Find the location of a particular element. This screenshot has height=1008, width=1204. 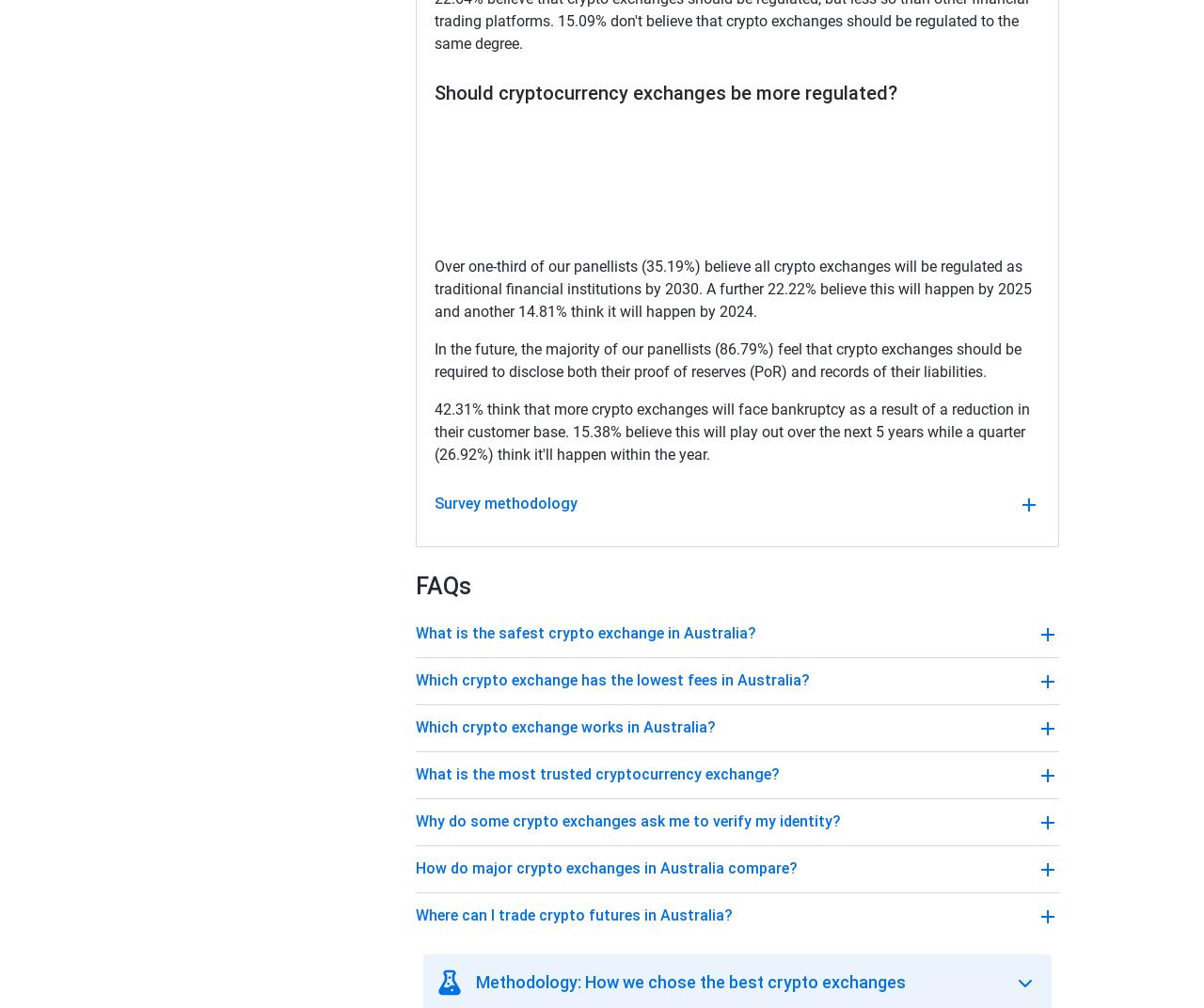

'Over one-third of our panellists (35.19%) believe all crypto exchanges will be regulated as traditional financial institutions by 2030. A further 22.22% believe this will happen by 2025 and another 14.81% think it will happen by 2024.' is located at coordinates (732, 288).